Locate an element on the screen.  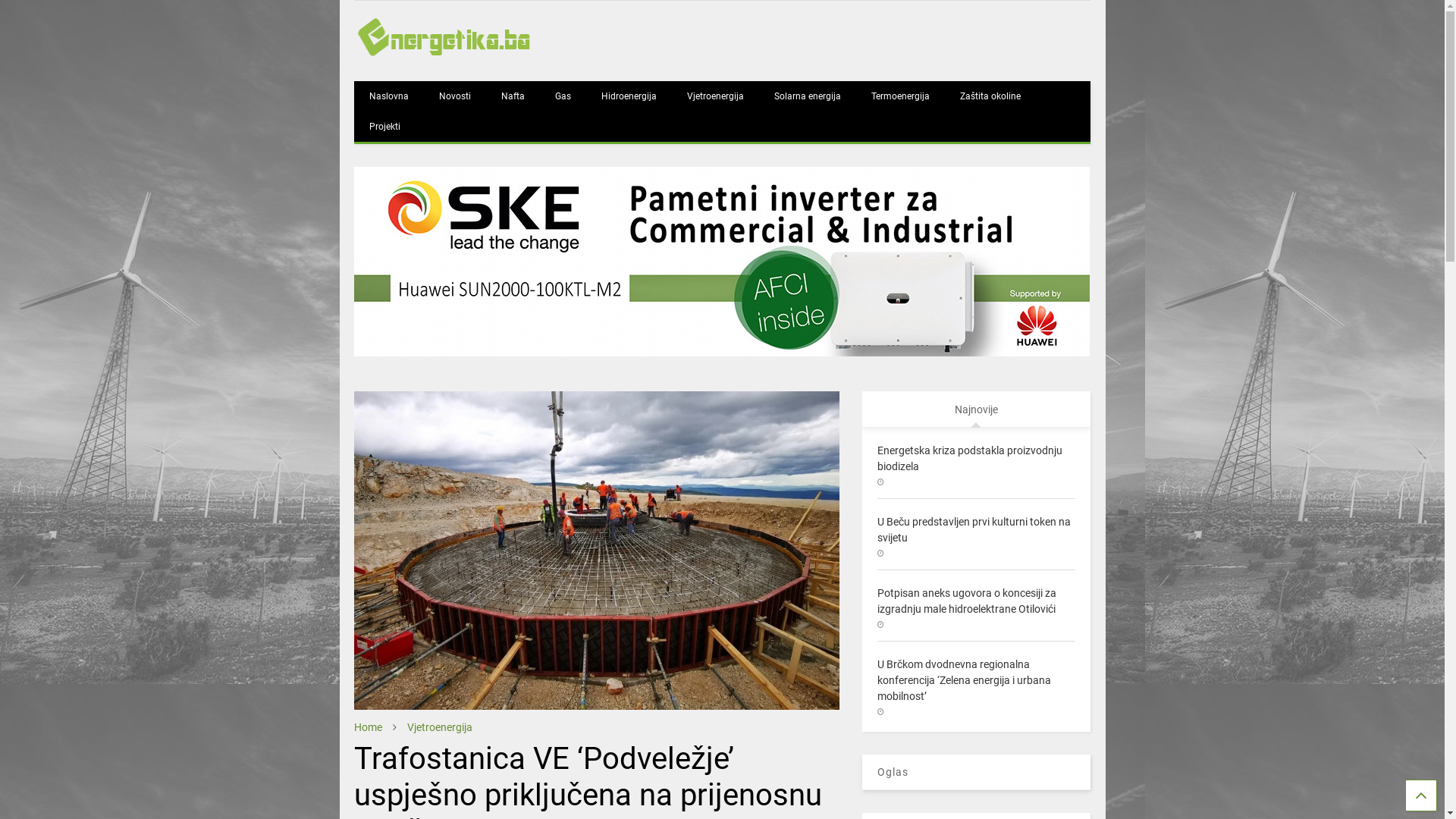
'Novosti' is located at coordinates (454, 96).